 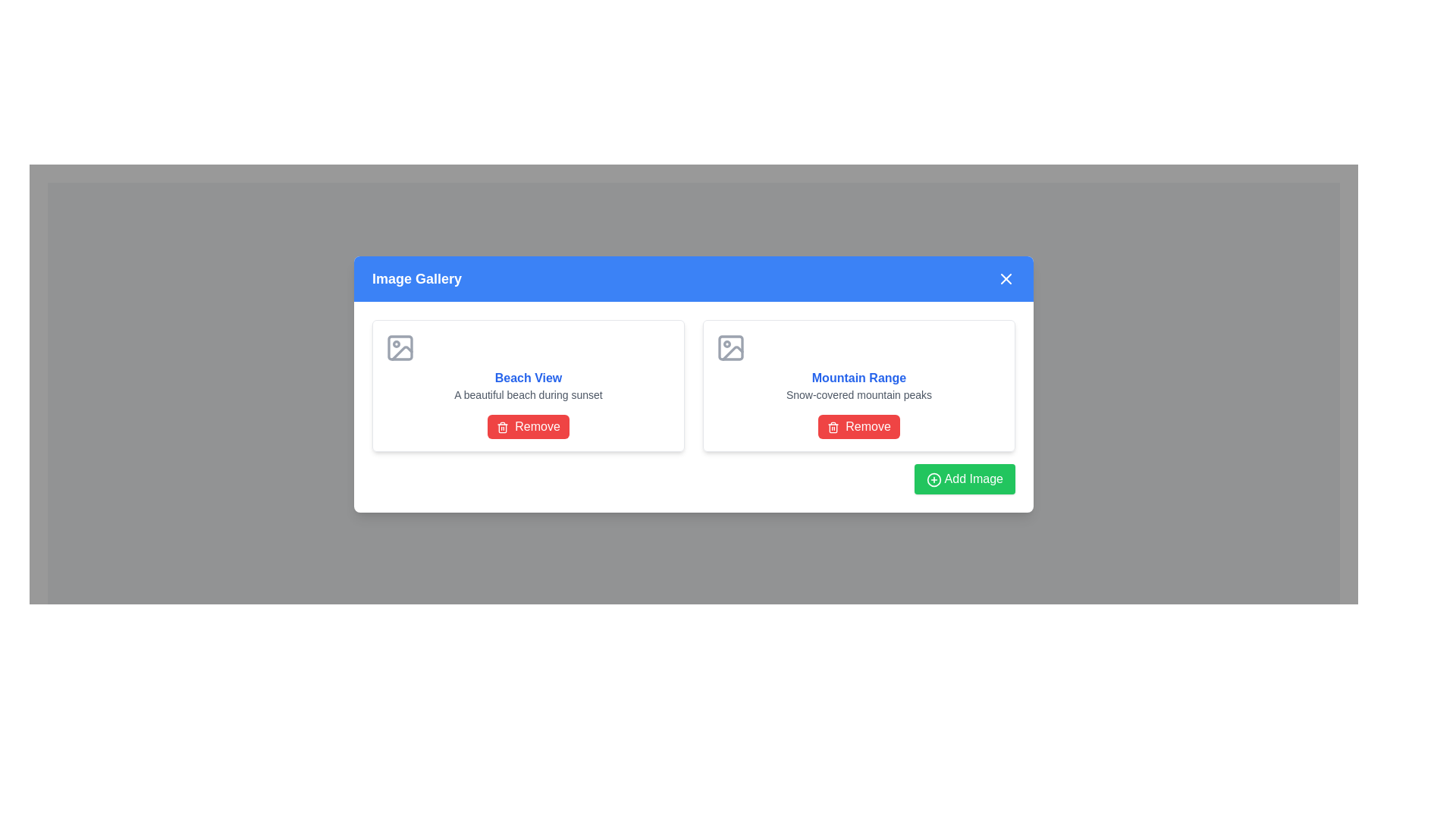 What do you see at coordinates (528, 377) in the screenshot?
I see `the text label reading 'Beach View' which is styled with a bold font and blue color, located in the upper half of the left card within the image gallery, positioned below the image placeholder and above the descriptive text` at bounding box center [528, 377].